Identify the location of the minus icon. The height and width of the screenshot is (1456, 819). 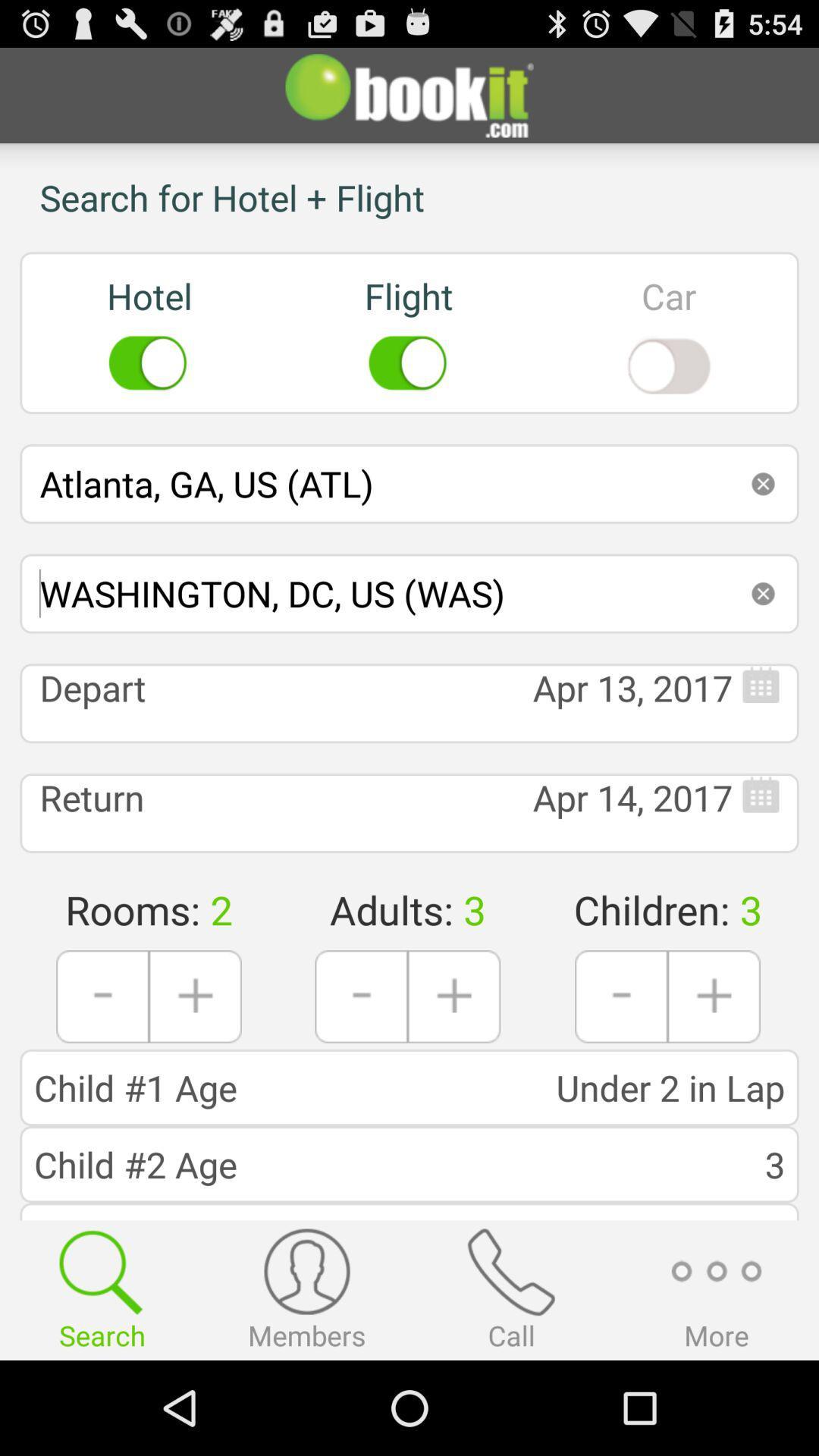
(361, 1065).